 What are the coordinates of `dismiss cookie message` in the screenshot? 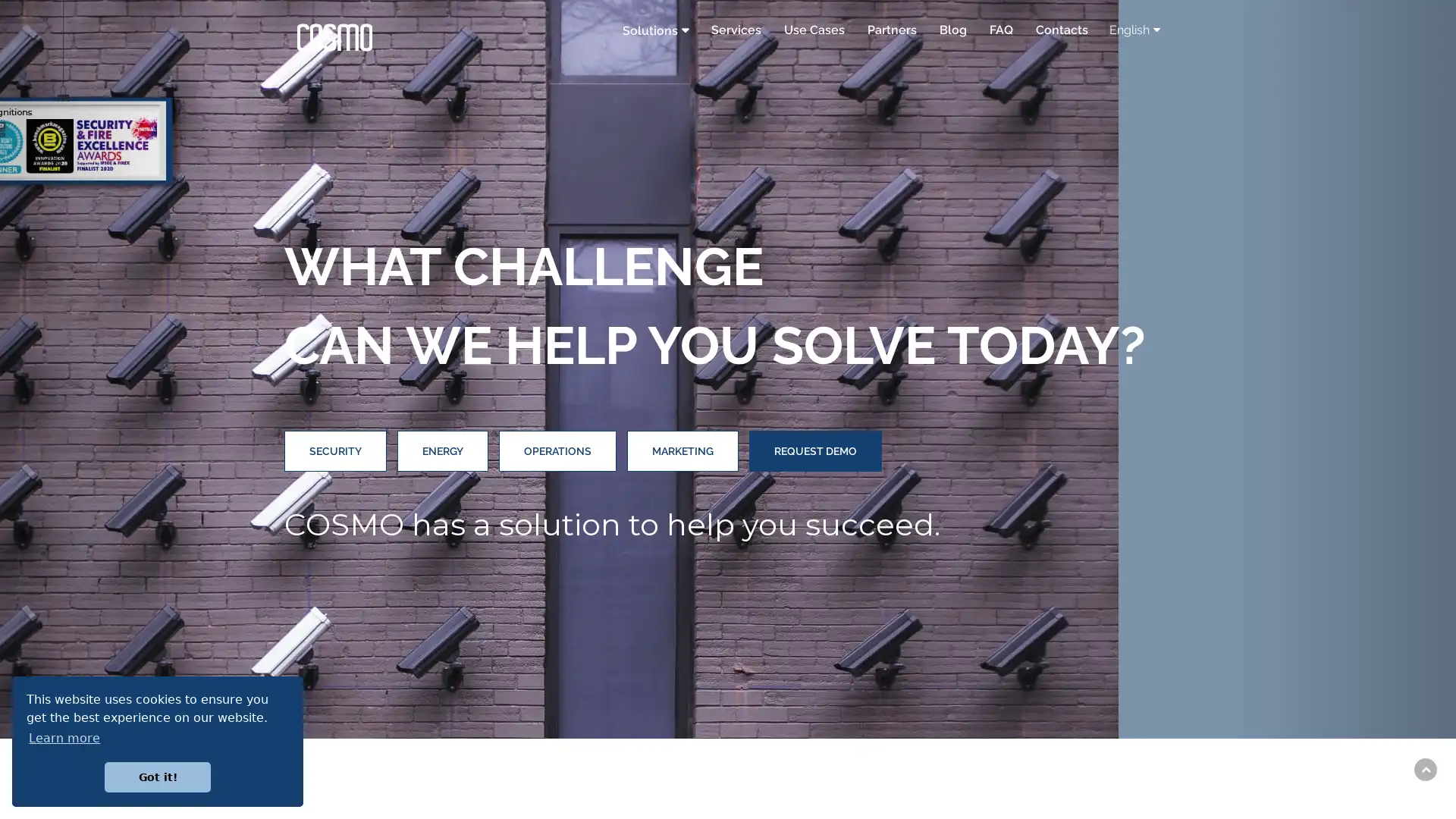 It's located at (157, 777).